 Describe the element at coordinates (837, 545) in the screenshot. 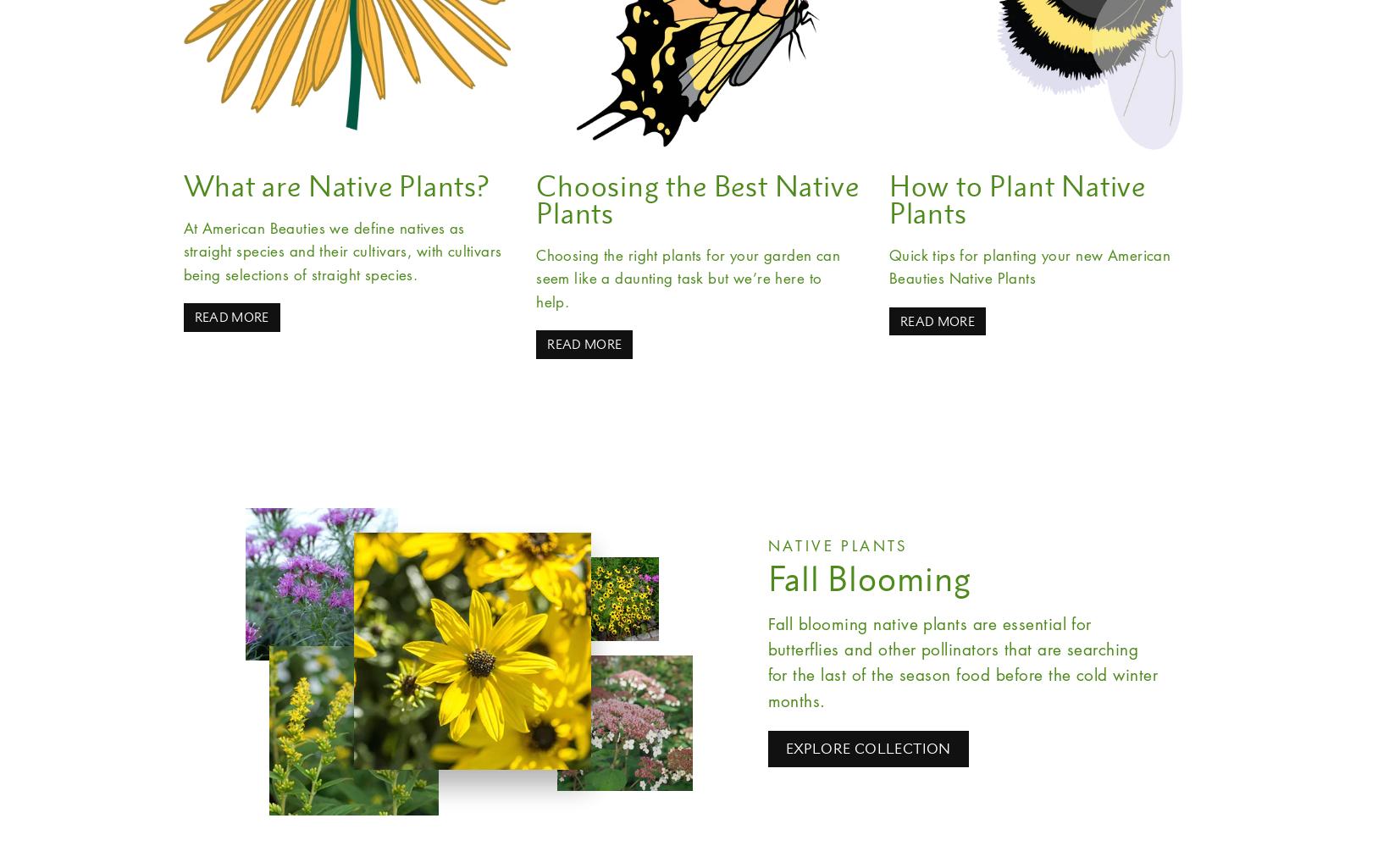

I see `'NATIVE PLANTS'` at that location.